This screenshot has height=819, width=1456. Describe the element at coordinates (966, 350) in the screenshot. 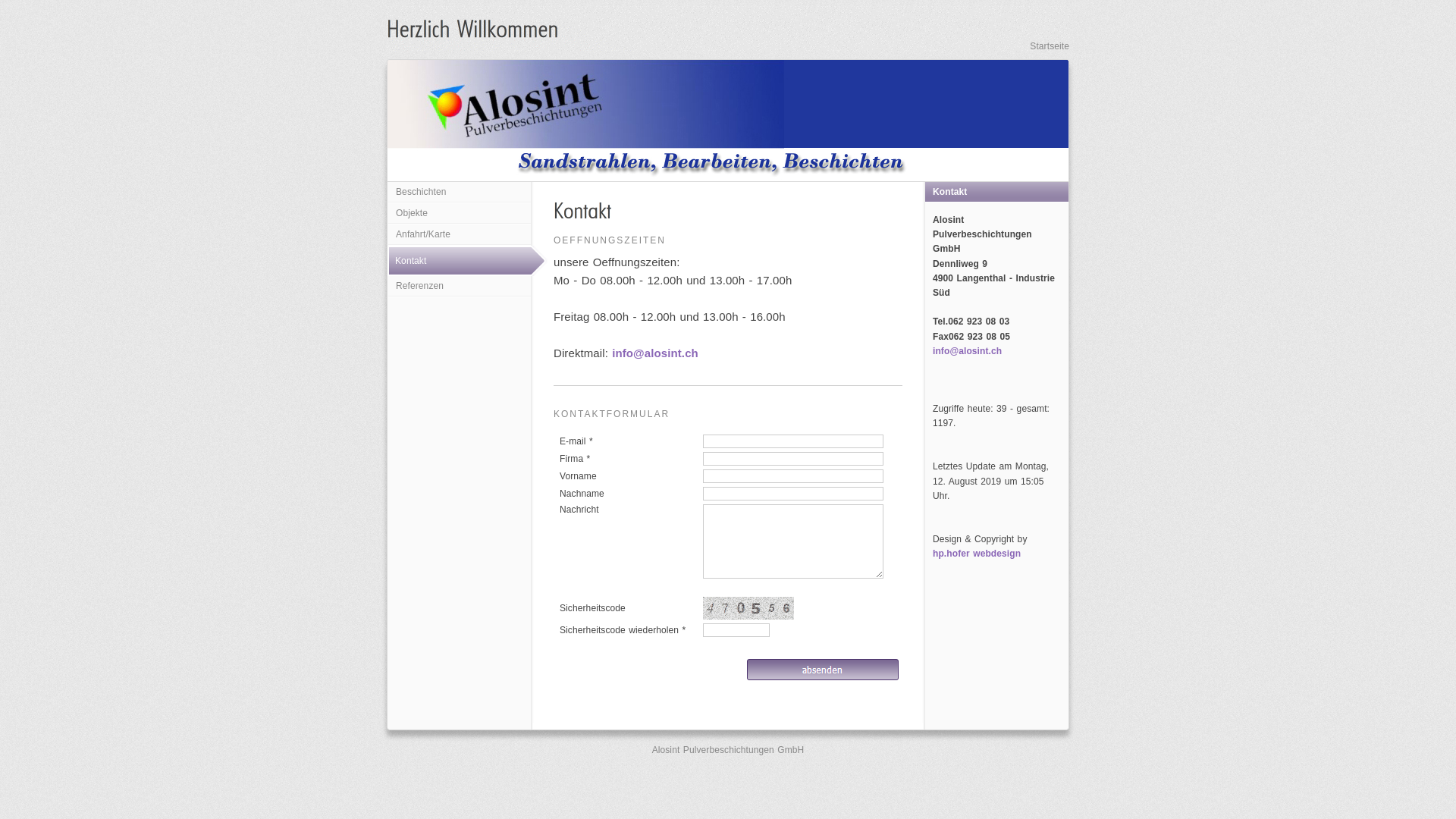

I see `'info@alosint.ch'` at that location.